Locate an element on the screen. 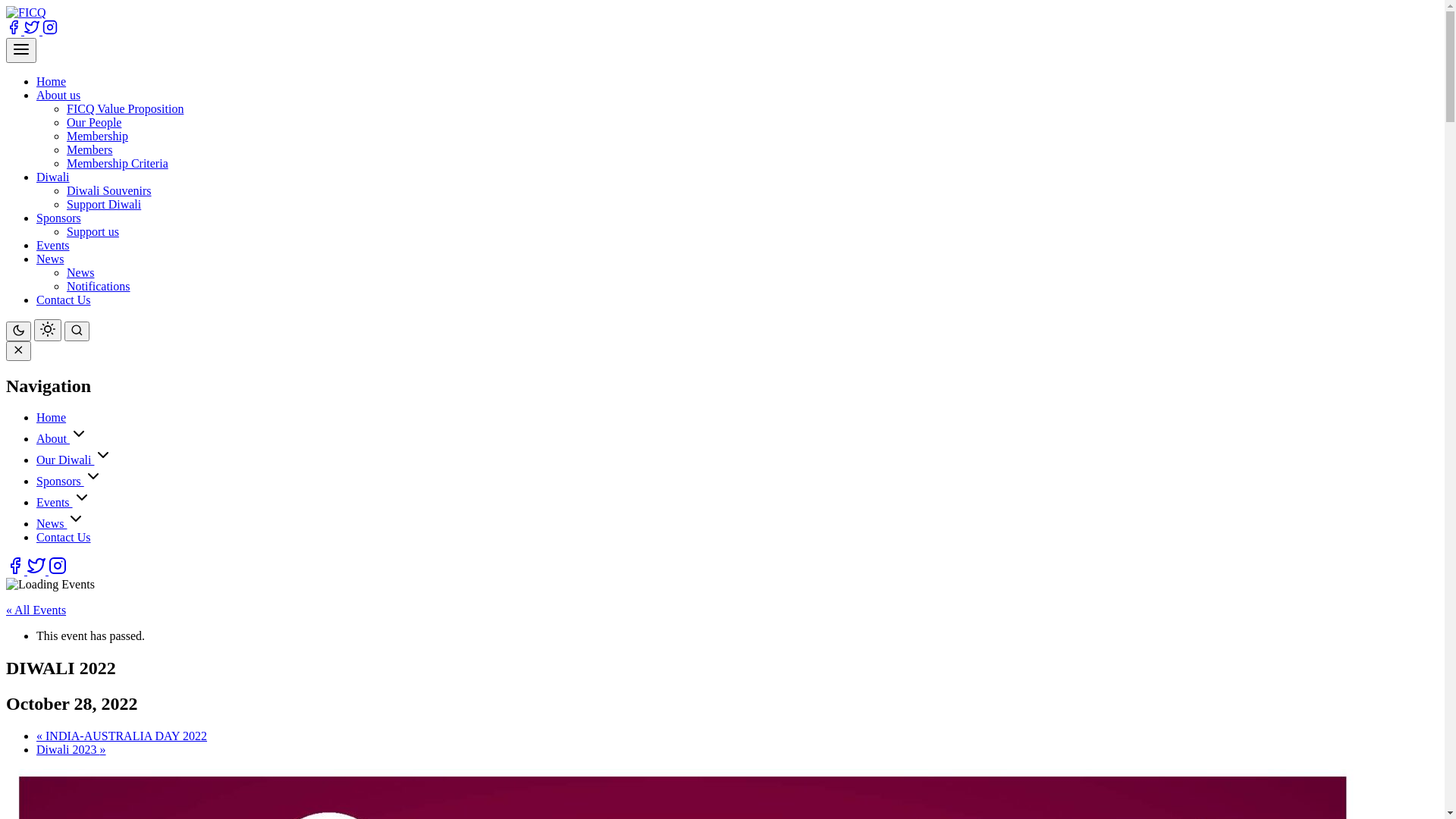 The width and height of the screenshot is (1456, 819). 'About' is located at coordinates (53, 438).